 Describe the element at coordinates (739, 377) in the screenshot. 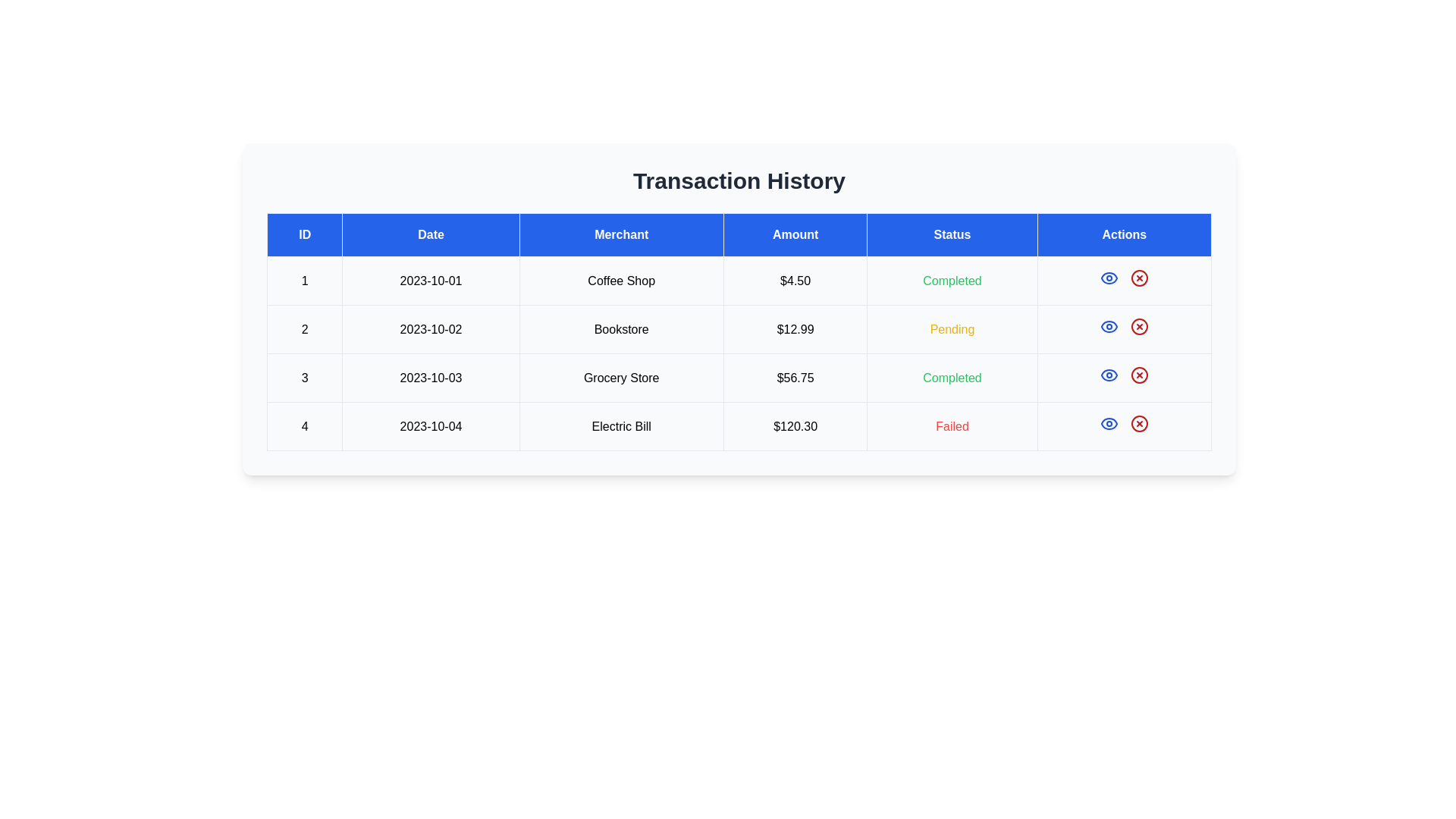

I see `the text of transaction entry 3` at that location.